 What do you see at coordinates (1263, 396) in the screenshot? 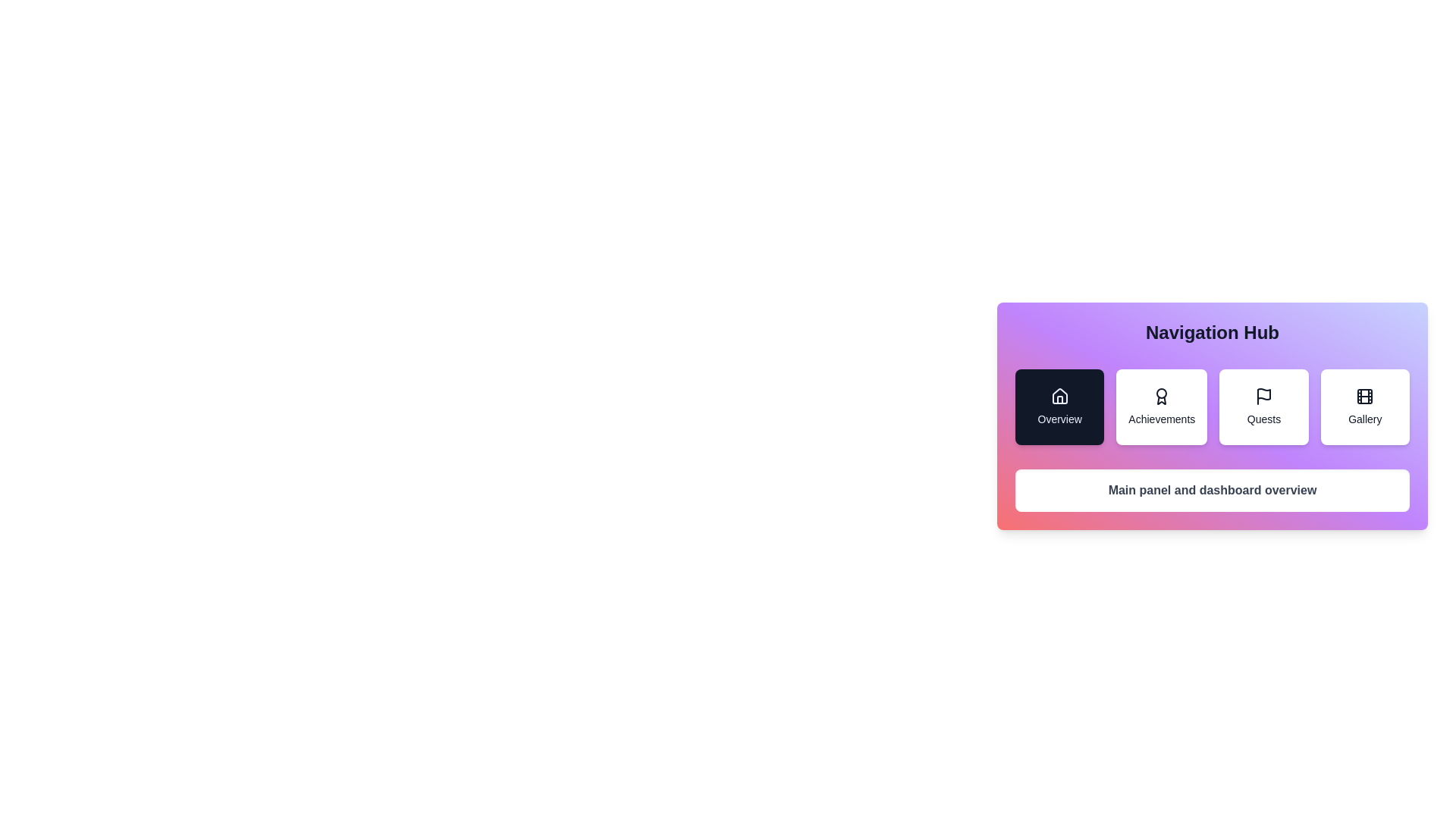
I see `the flag icon with a bold outline and a waving shape, located in the third position among the navigation buttons in the 'Quests' section of the 'Navigation Hub'` at bounding box center [1263, 396].